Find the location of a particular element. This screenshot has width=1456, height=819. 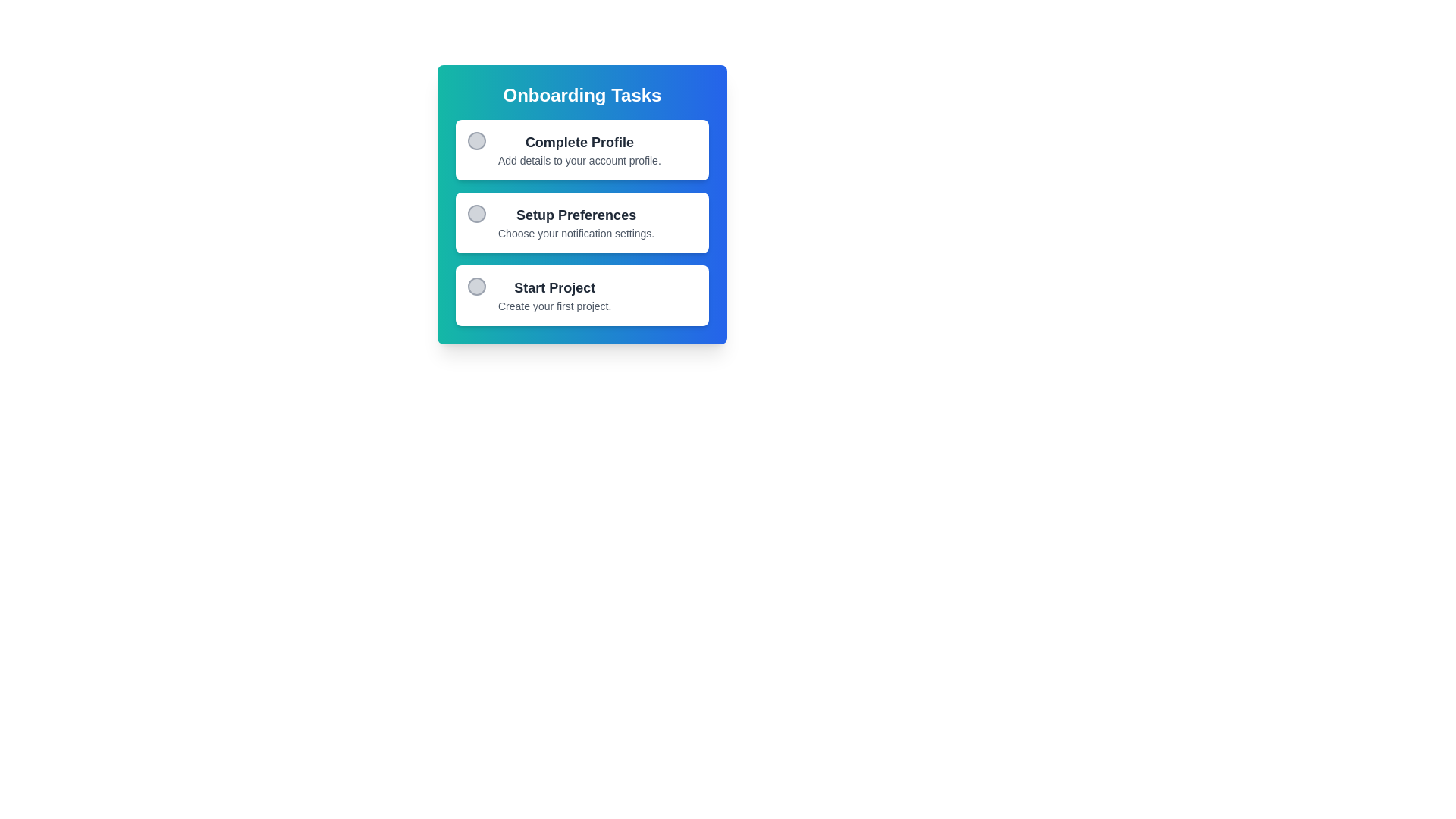

the toggle button or checkbox located to the left of the 'Start Project' label in the 'Onboarding Tasks' card is located at coordinates (475, 287).